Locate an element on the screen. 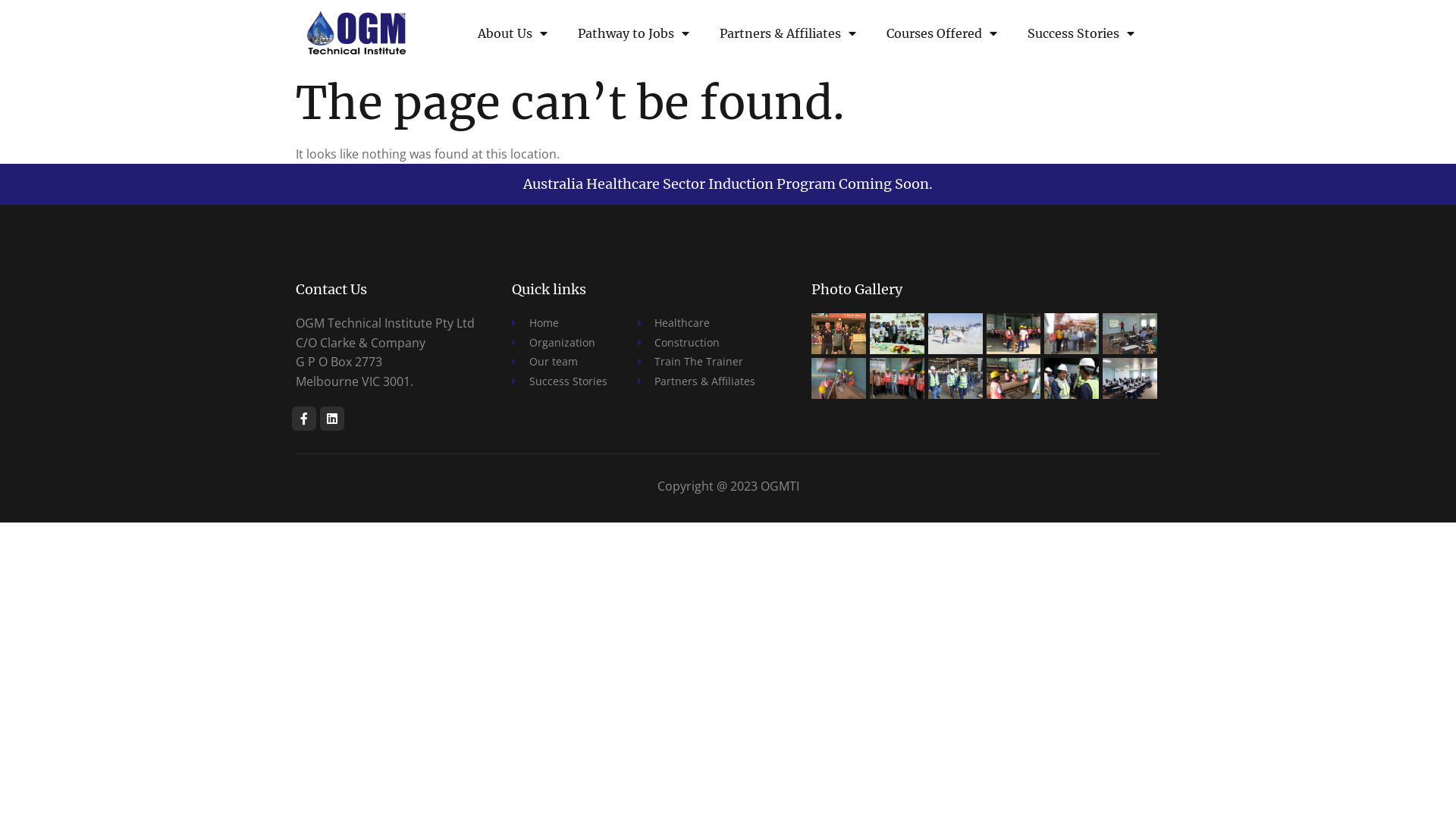  'Healthcare' is located at coordinates (637, 322).